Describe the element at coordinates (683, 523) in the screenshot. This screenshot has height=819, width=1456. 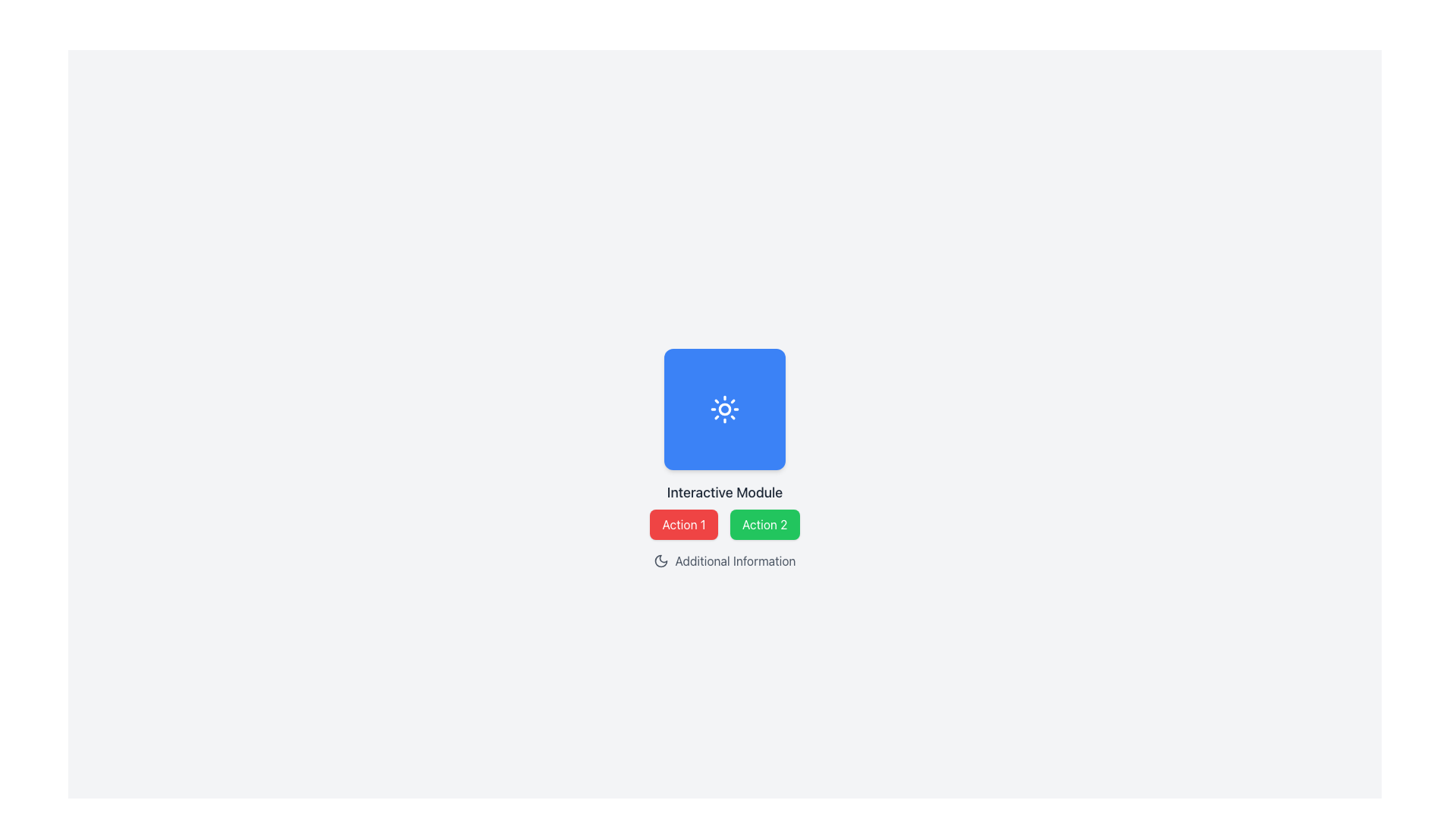
I see `the red button labeled 'Action 1'` at that location.